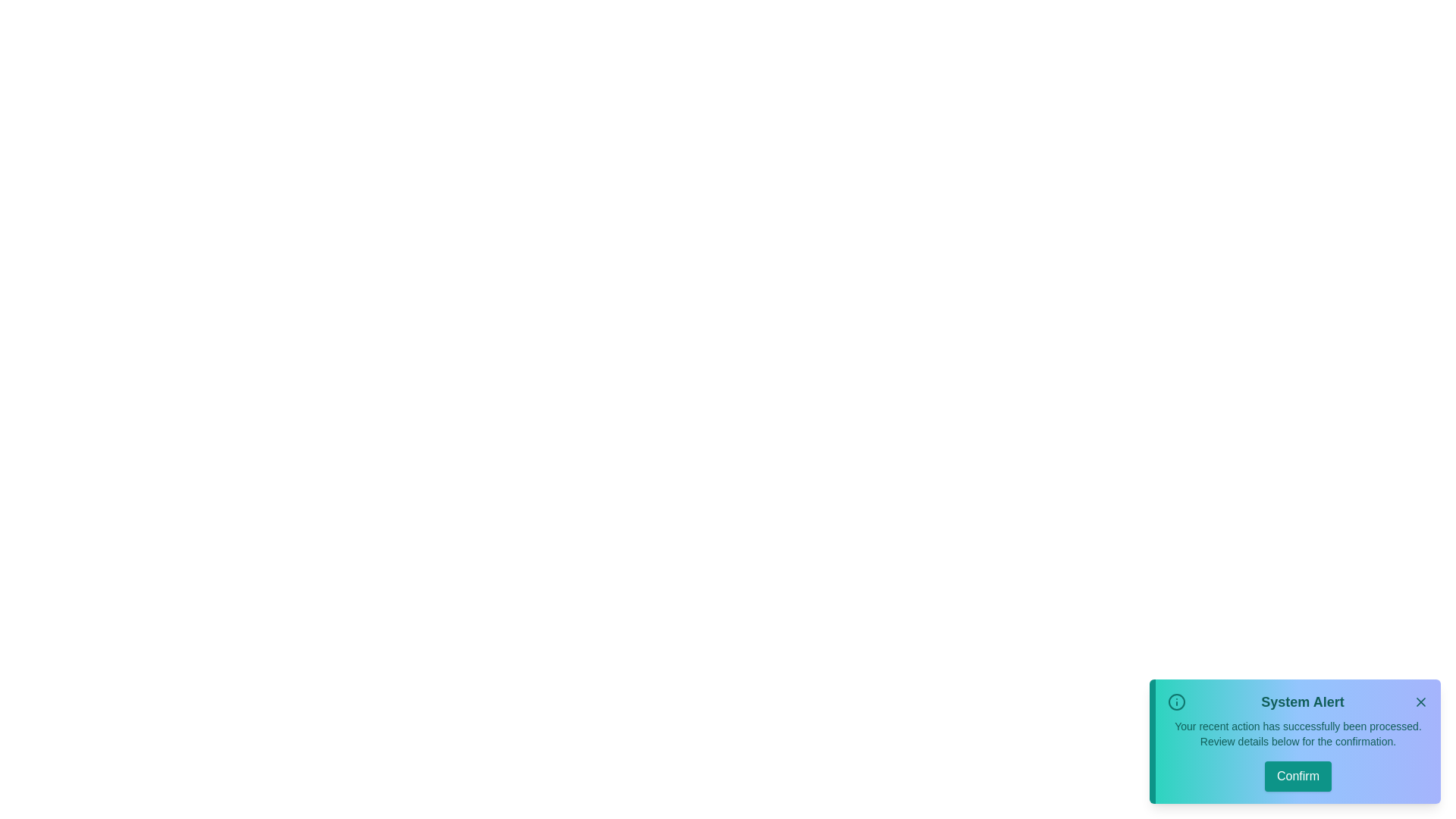 This screenshot has height=819, width=1456. I want to click on the close button (X) to close the alert, so click(1420, 701).